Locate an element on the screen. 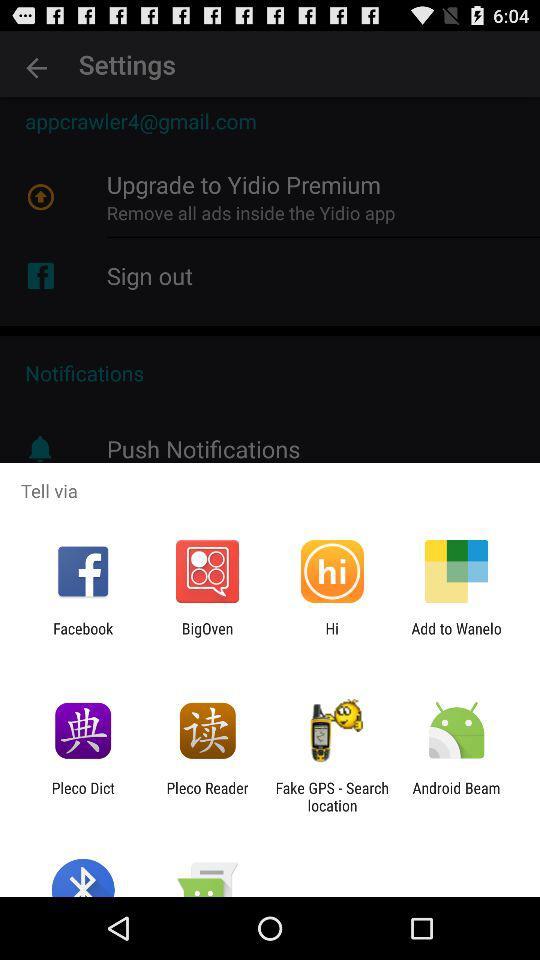  the app next to the pleco reader icon is located at coordinates (332, 796).